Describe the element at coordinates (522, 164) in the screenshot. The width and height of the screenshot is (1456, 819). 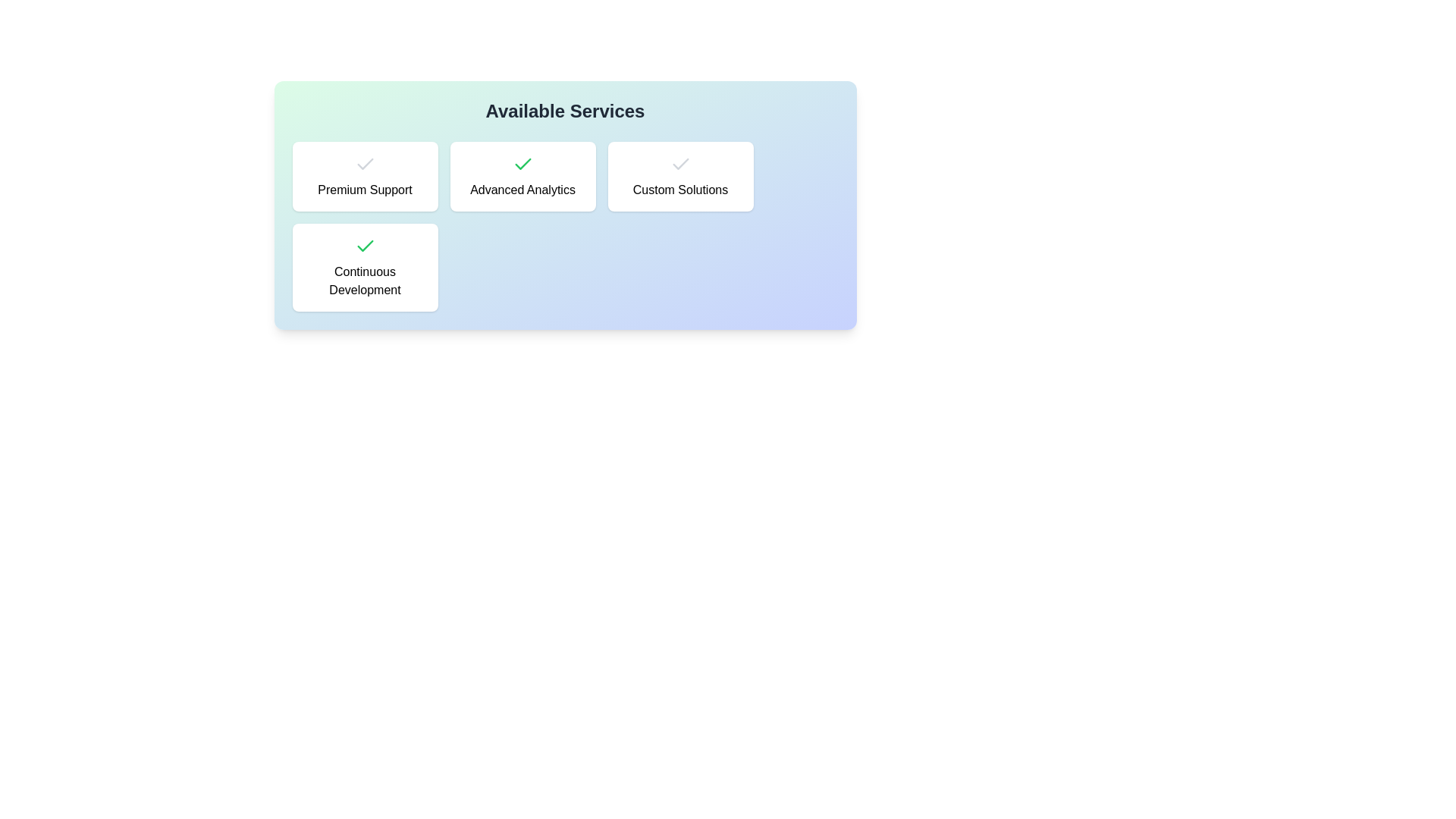
I see `the state of the checkmark icon indicating the selection or confirmation of the 'Advanced Analytics' option, located inside the second card of the top row in the grid layout` at that location.